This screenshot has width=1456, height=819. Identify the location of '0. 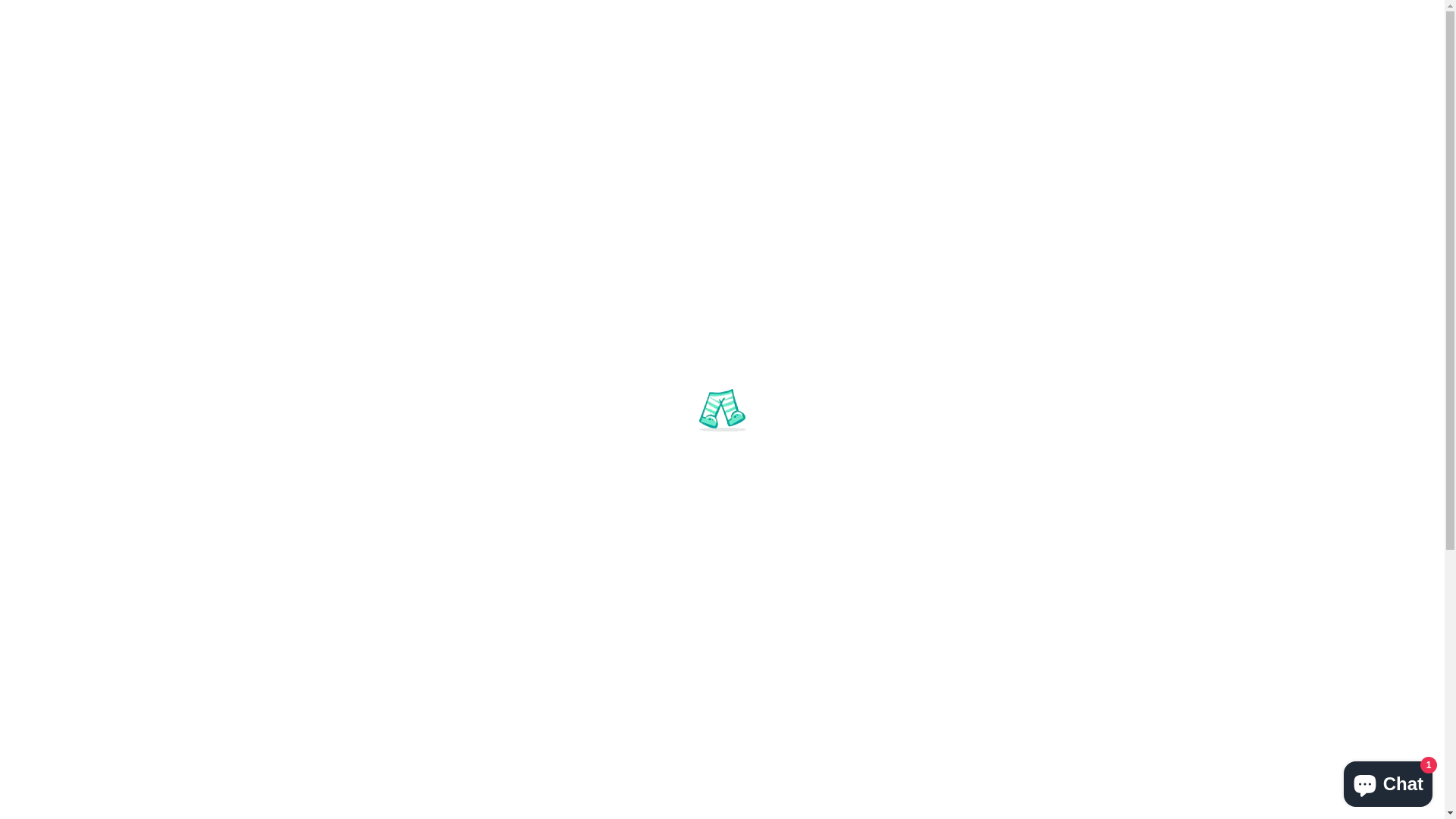
(1128, 108).